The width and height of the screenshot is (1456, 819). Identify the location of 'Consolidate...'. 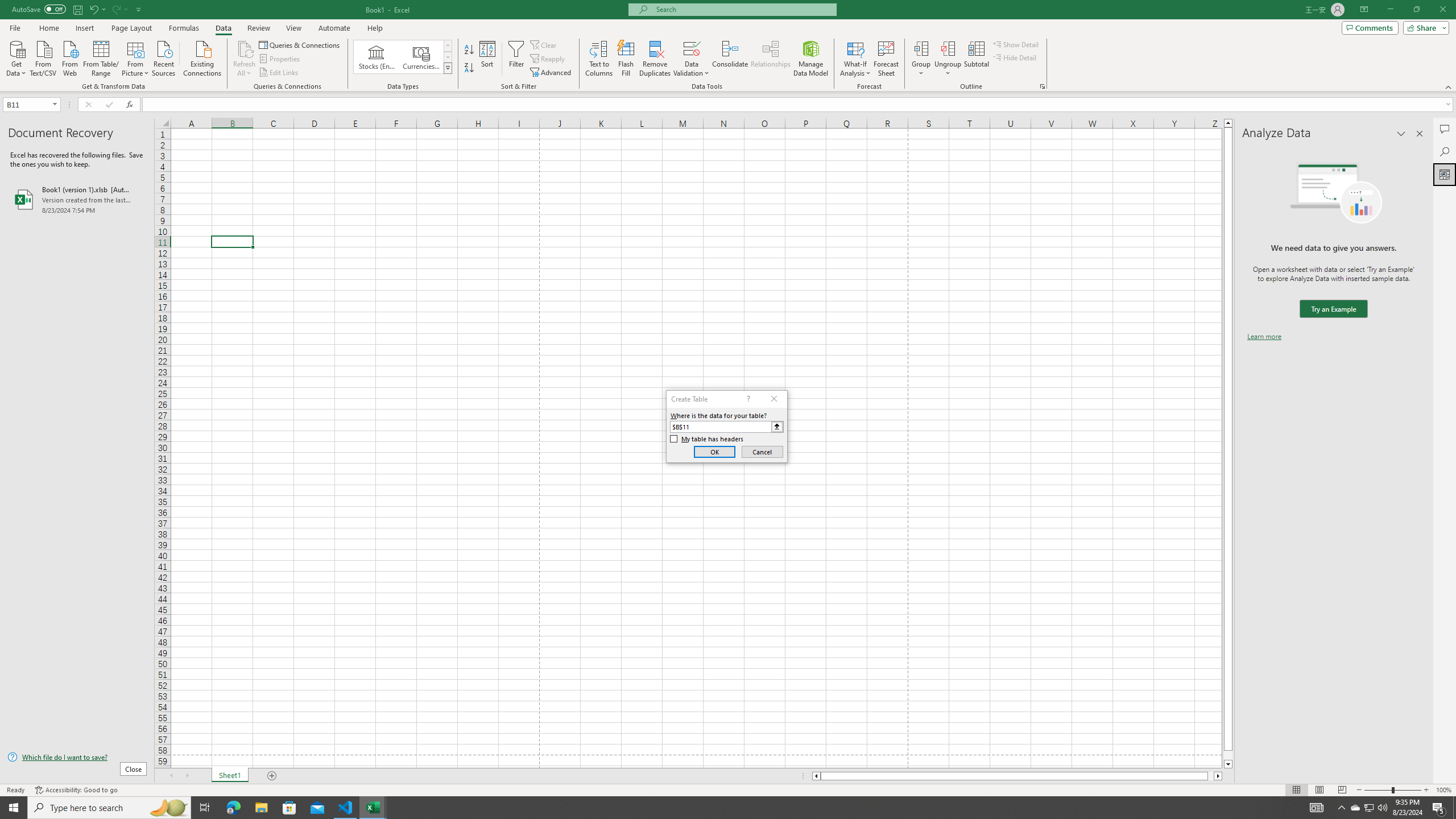
(730, 59).